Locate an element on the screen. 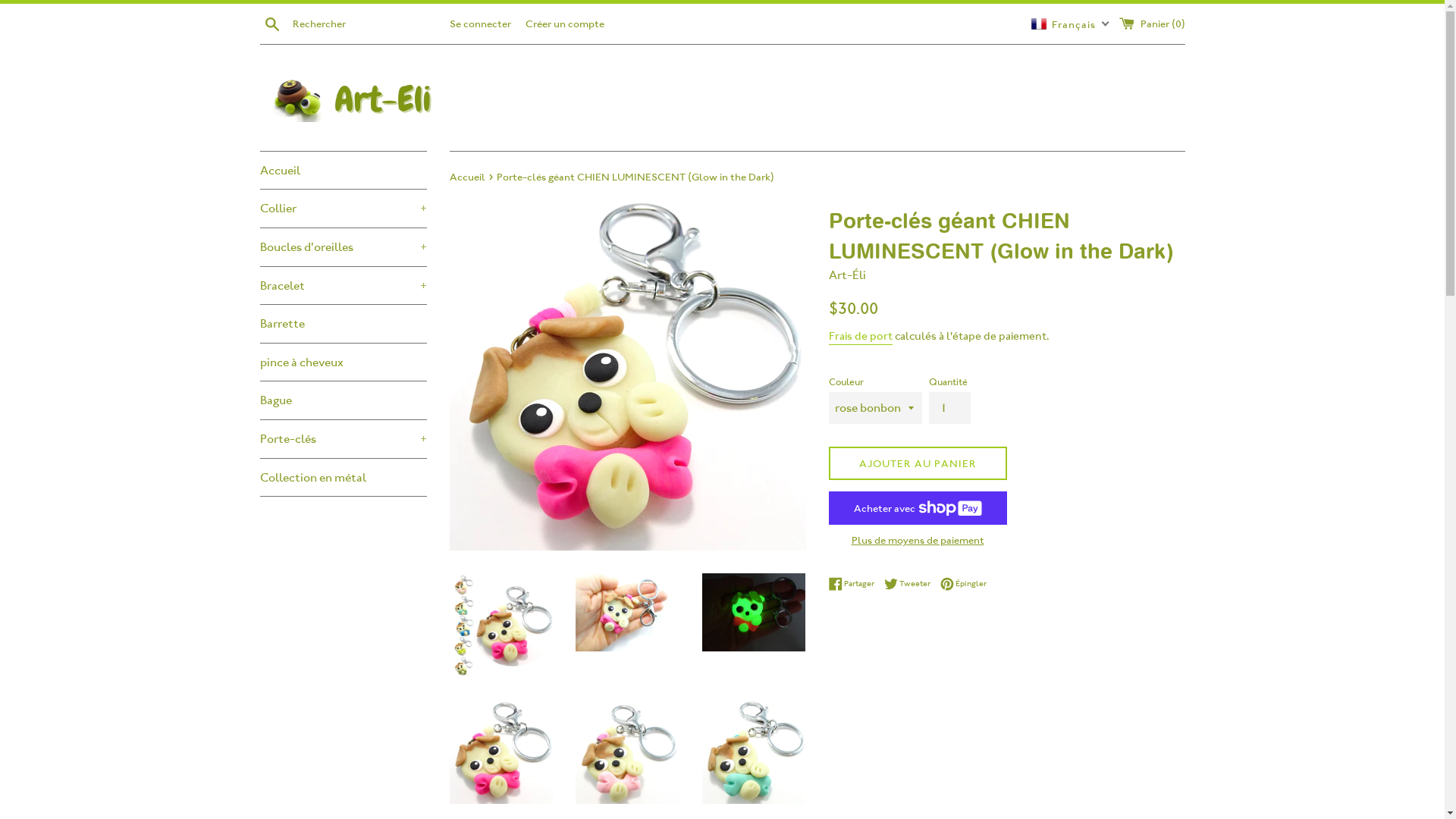 This screenshot has height=819, width=1456. 'Boucles d'oreilles is located at coordinates (341, 246).